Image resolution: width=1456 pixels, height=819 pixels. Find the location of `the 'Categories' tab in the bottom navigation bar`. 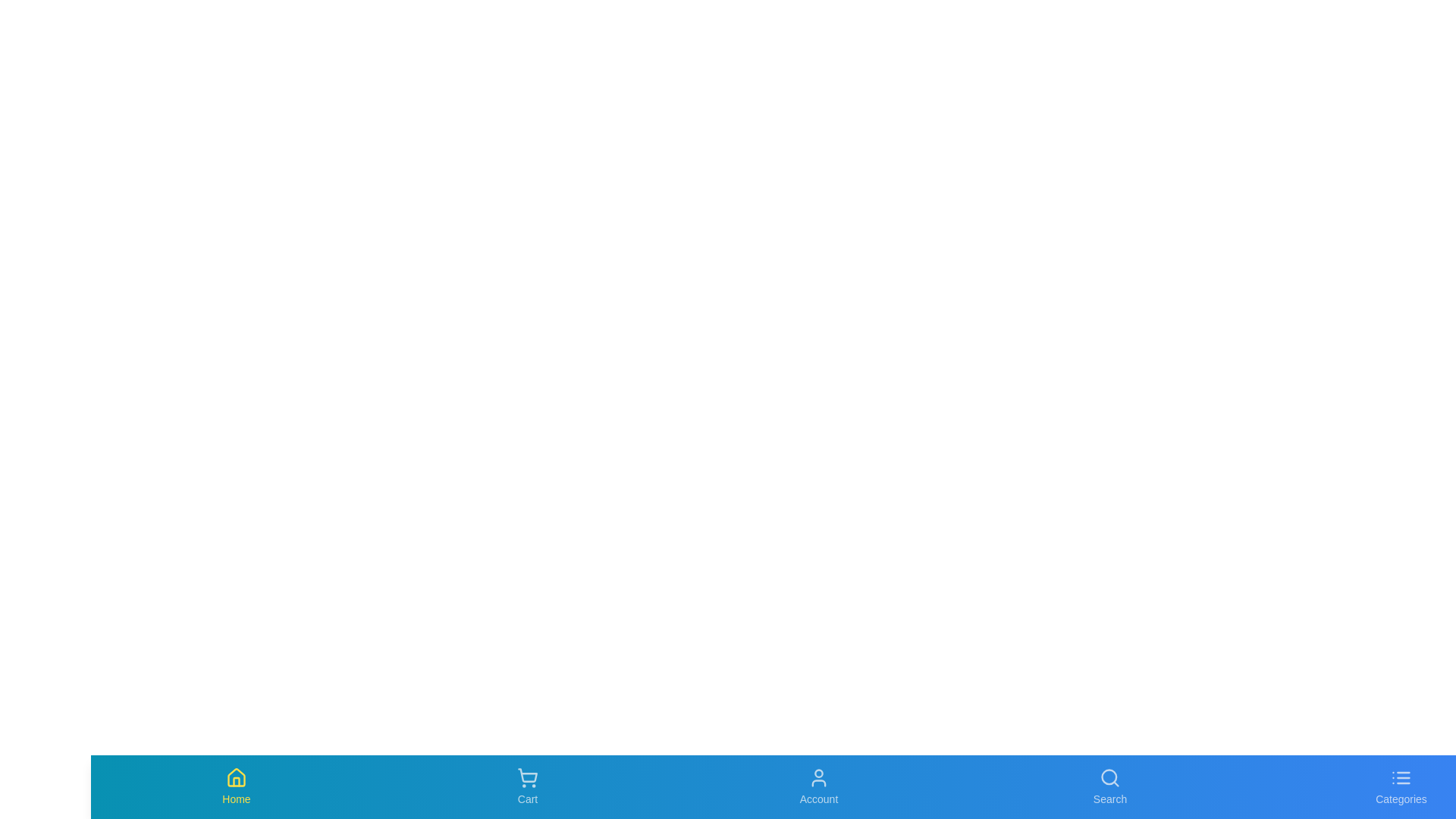

the 'Categories' tab in the bottom navigation bar is located at coordinates (1401, 786).